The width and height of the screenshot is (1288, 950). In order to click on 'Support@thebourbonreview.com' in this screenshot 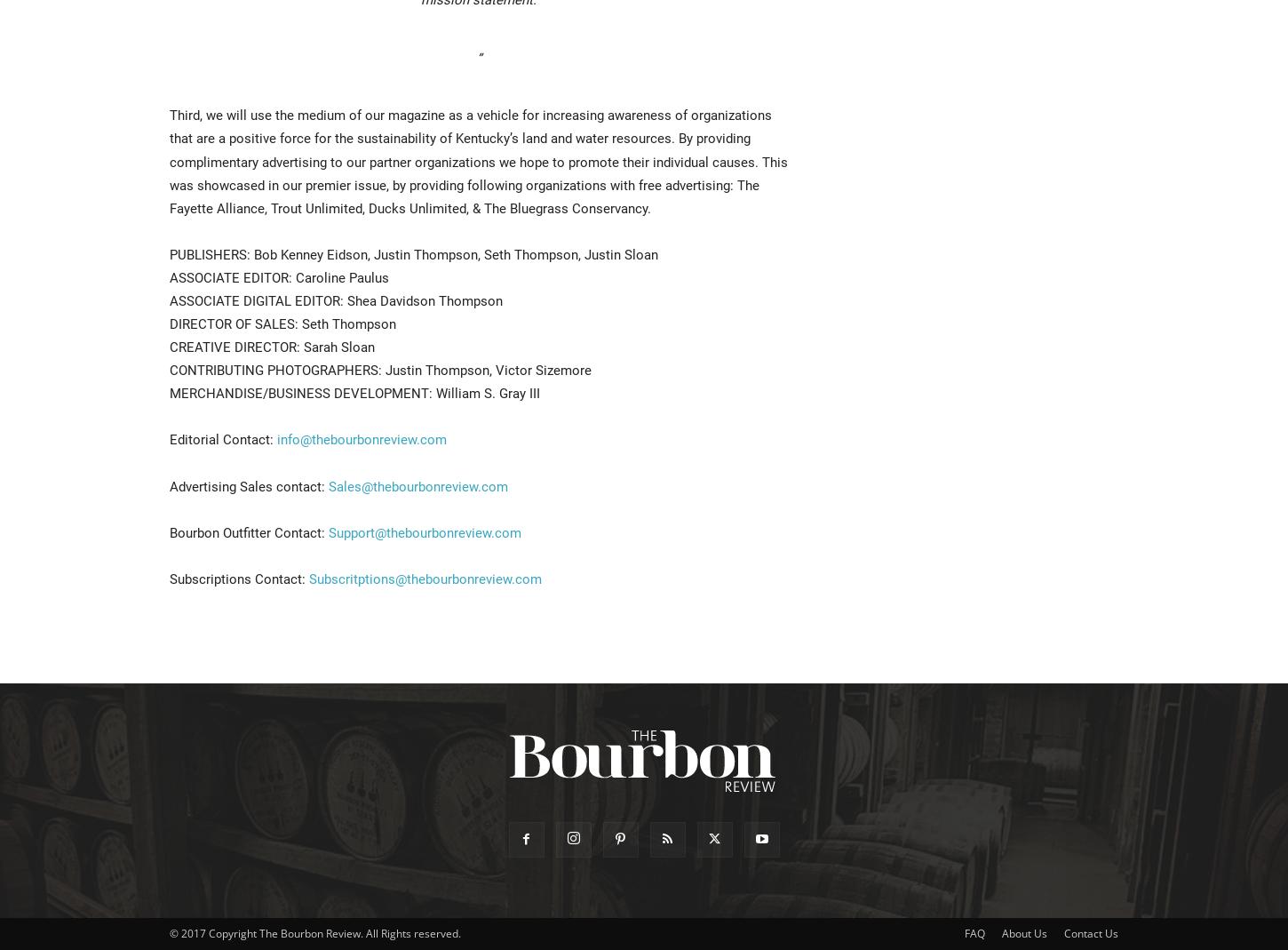, I will do `click(424, 531)`.